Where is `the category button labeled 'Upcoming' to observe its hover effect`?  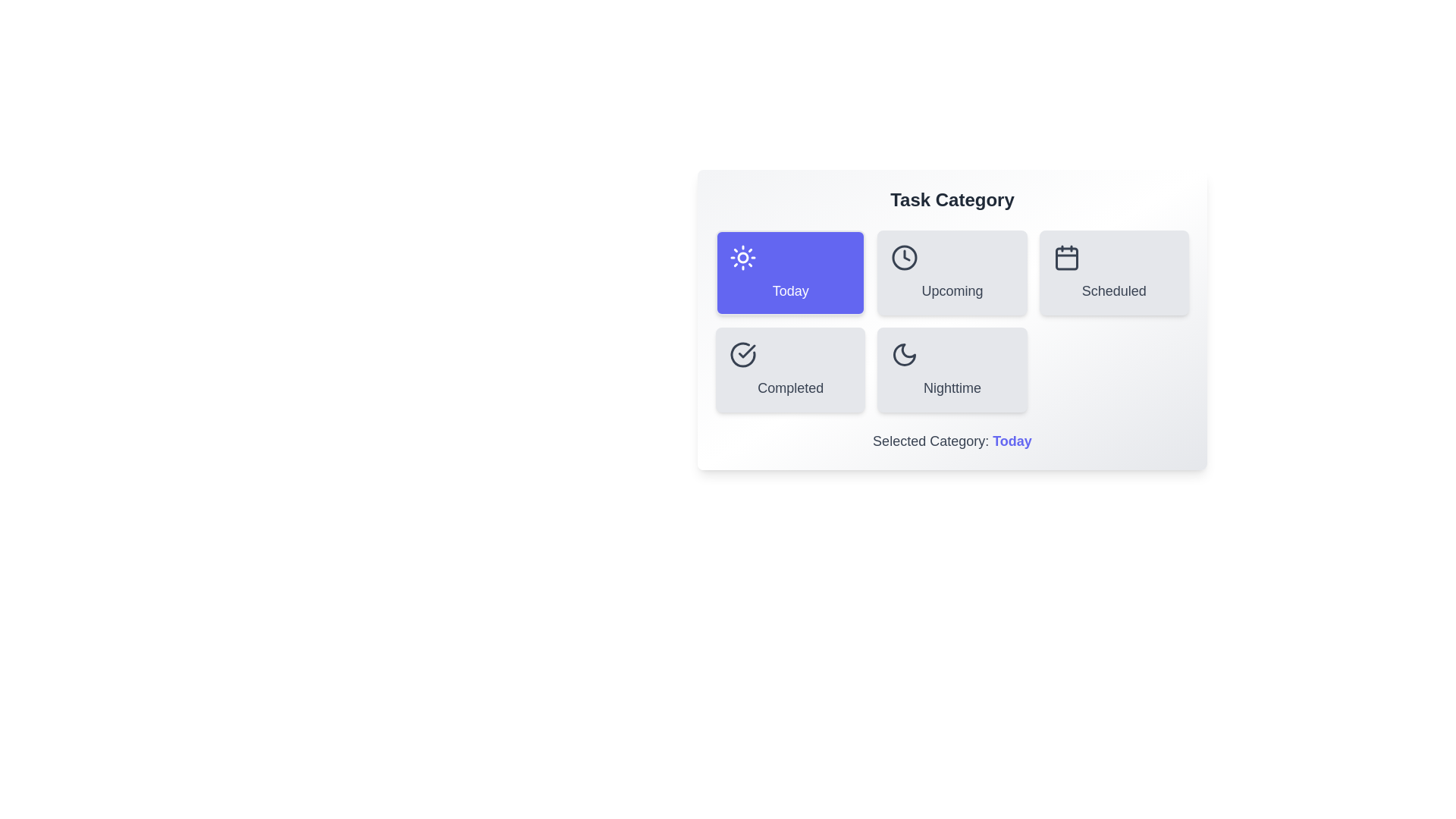
the category button labeled 'Upcoming' to observe its hover effect is located at coordinates (952, 271).